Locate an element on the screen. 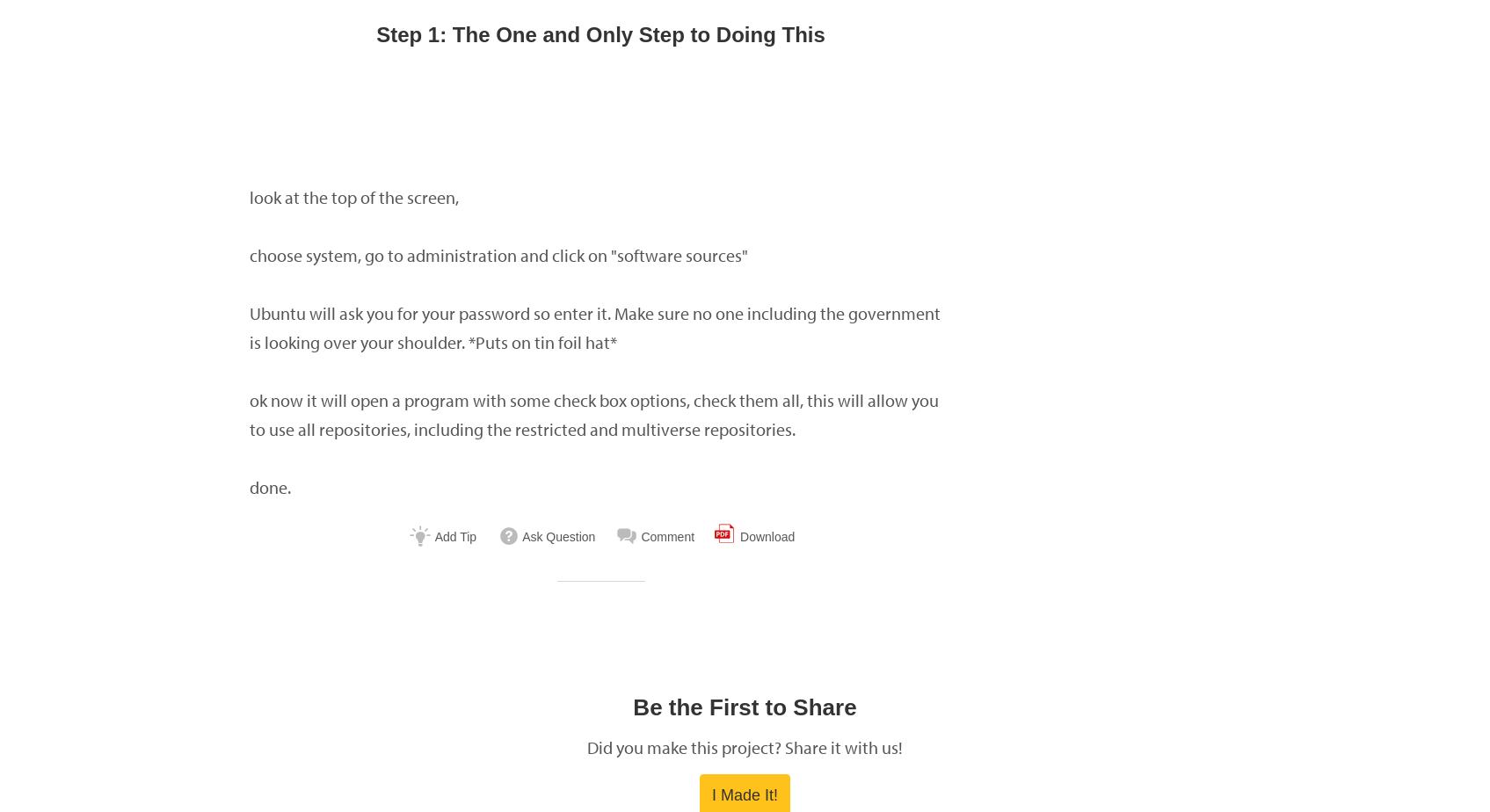  'Download' is located at coordinates (766, 537).